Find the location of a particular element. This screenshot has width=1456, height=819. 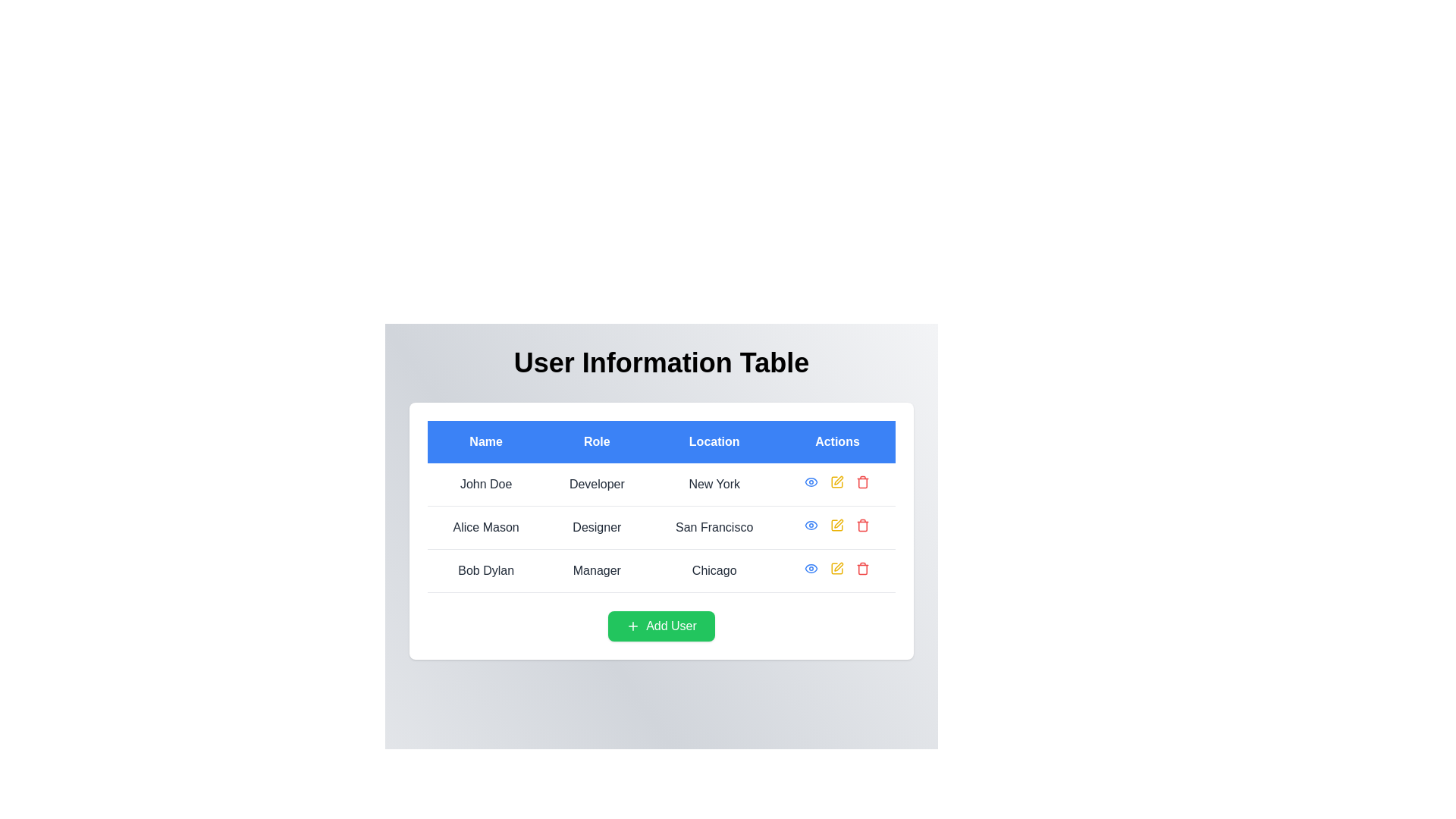

the text label displaying 'John Doe' in the user information table, located under the 'Name' column is located at coordinates (486, 485).